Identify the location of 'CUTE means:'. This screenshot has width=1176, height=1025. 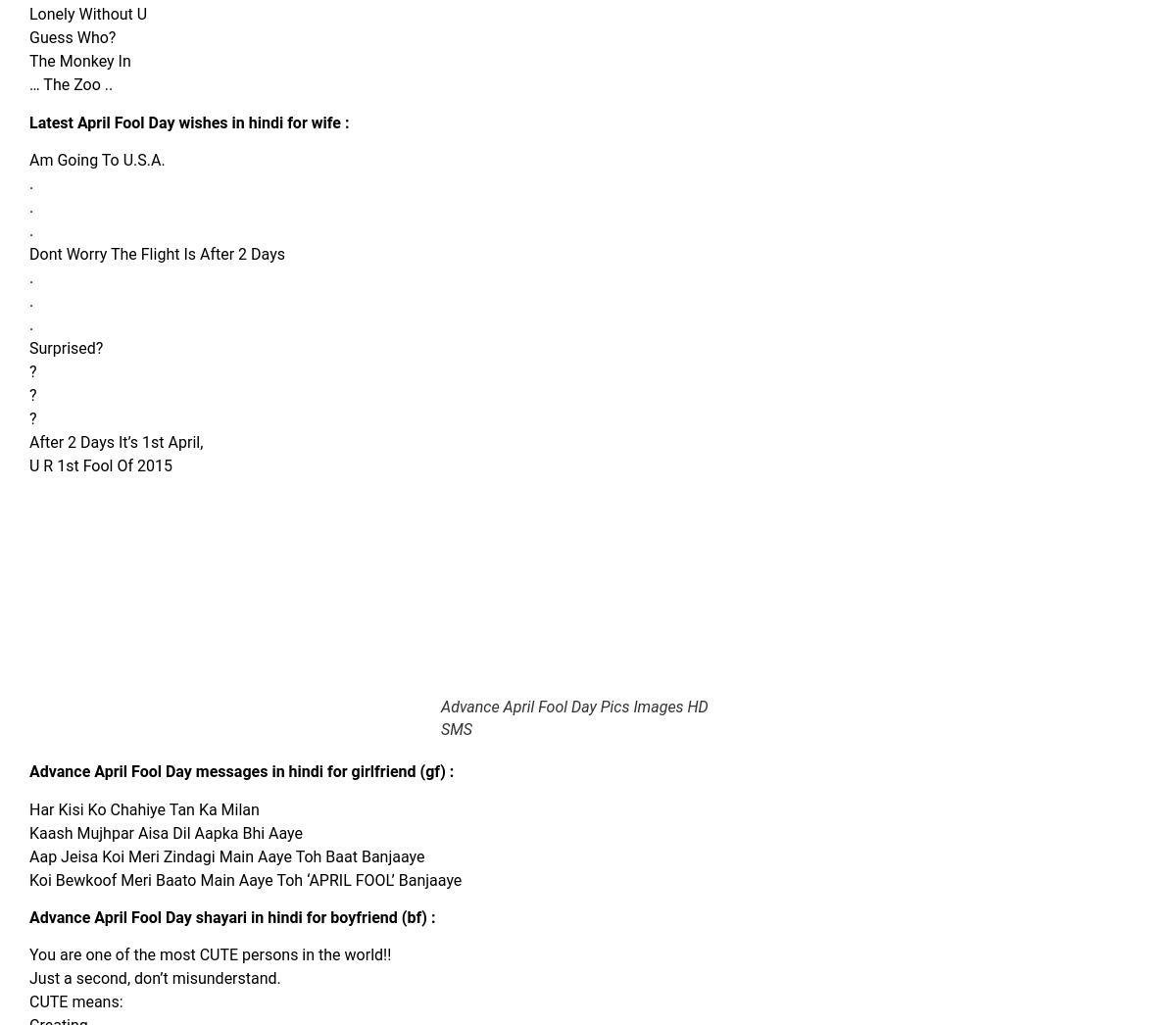
(75, 1001).